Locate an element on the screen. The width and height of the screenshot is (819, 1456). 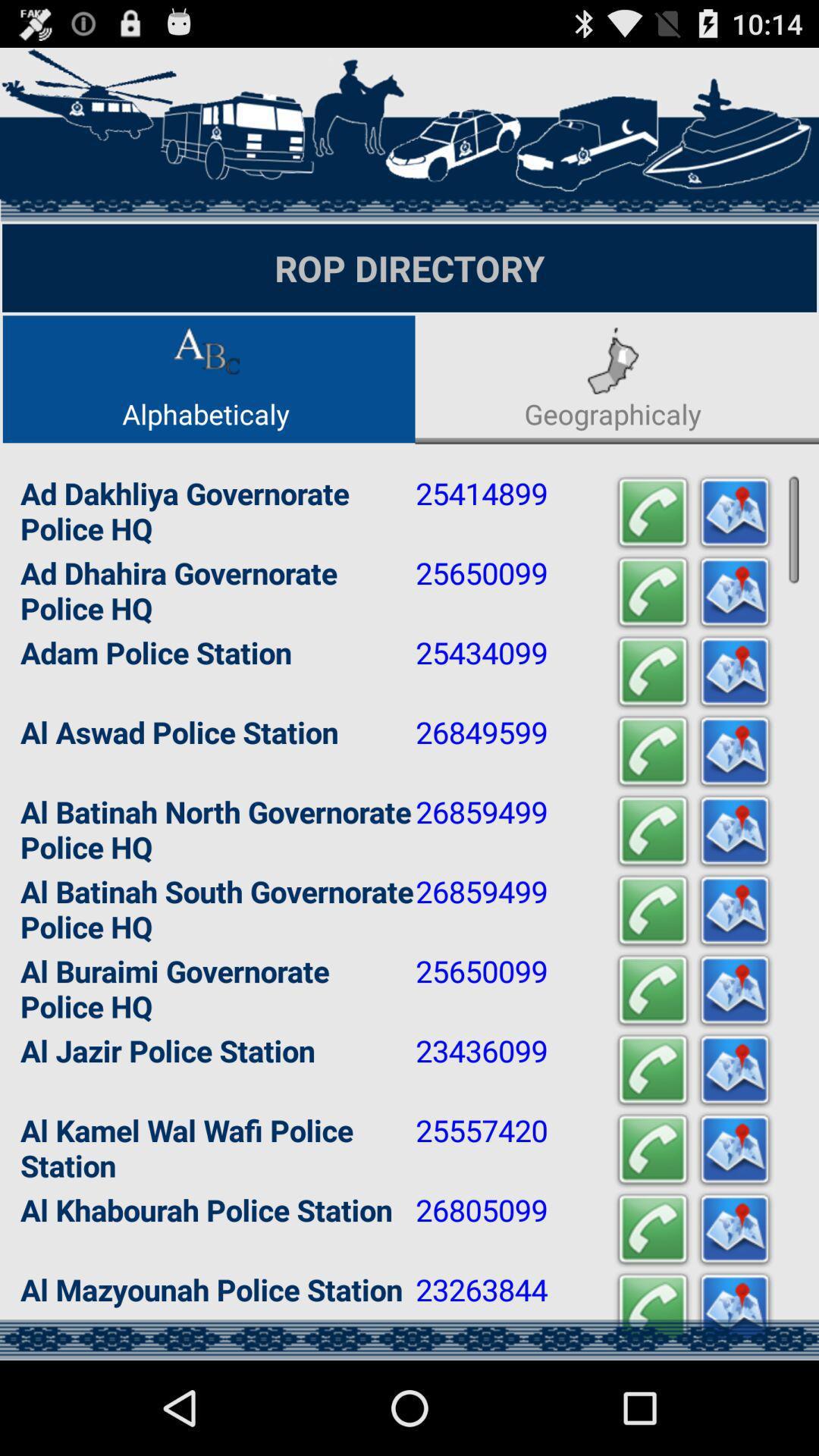
get directions is located at coordinates (733, 591).